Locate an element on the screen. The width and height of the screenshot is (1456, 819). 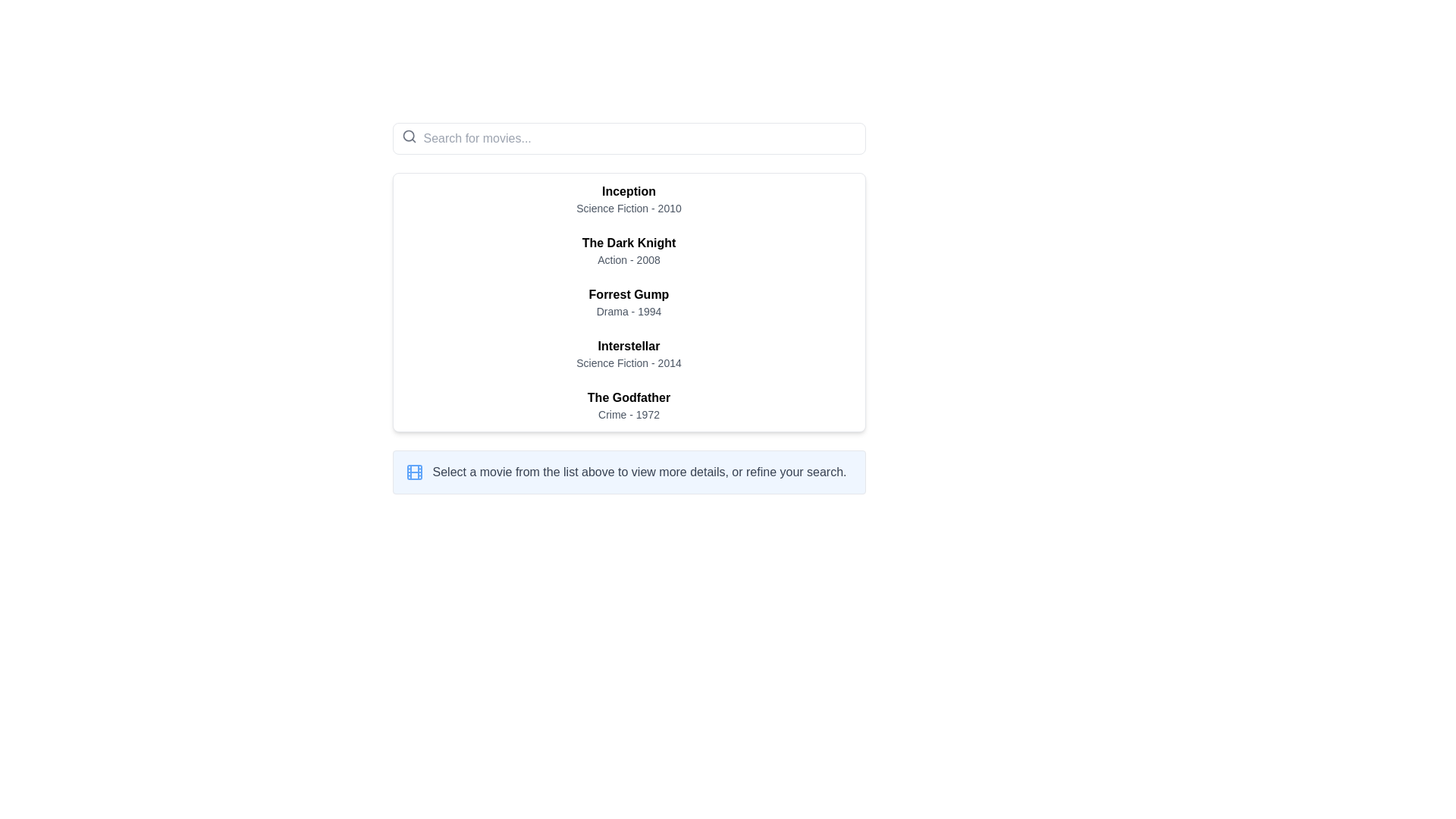
the text label displaying 'Science Fiction - 2010', which is styled in a smaller, muted gray font and positioned directly below the bold title 'Inception' is located at coordinates (629, 208).